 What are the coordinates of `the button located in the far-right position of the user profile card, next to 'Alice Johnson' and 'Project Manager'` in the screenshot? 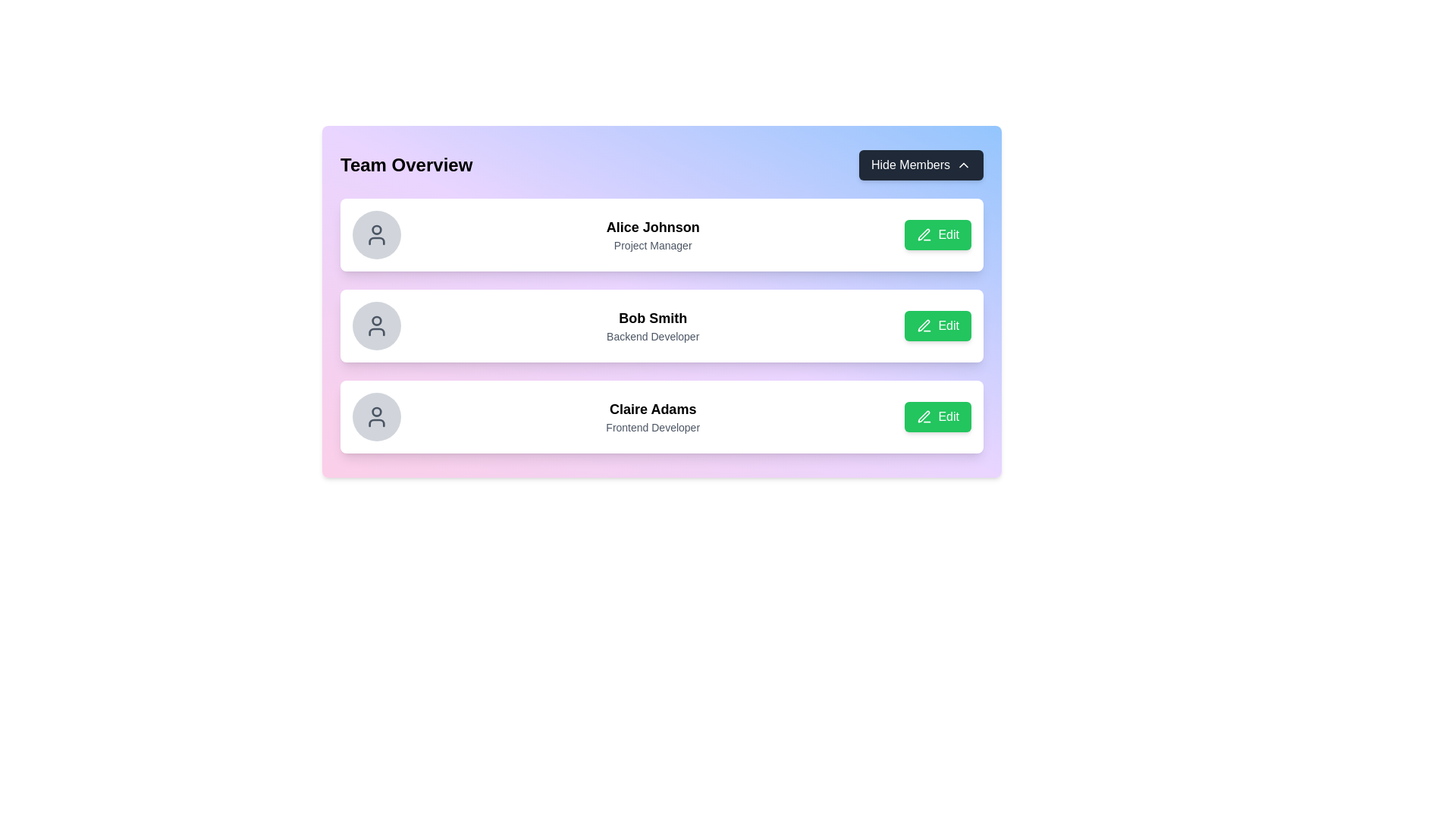 It's located at (937, 234).